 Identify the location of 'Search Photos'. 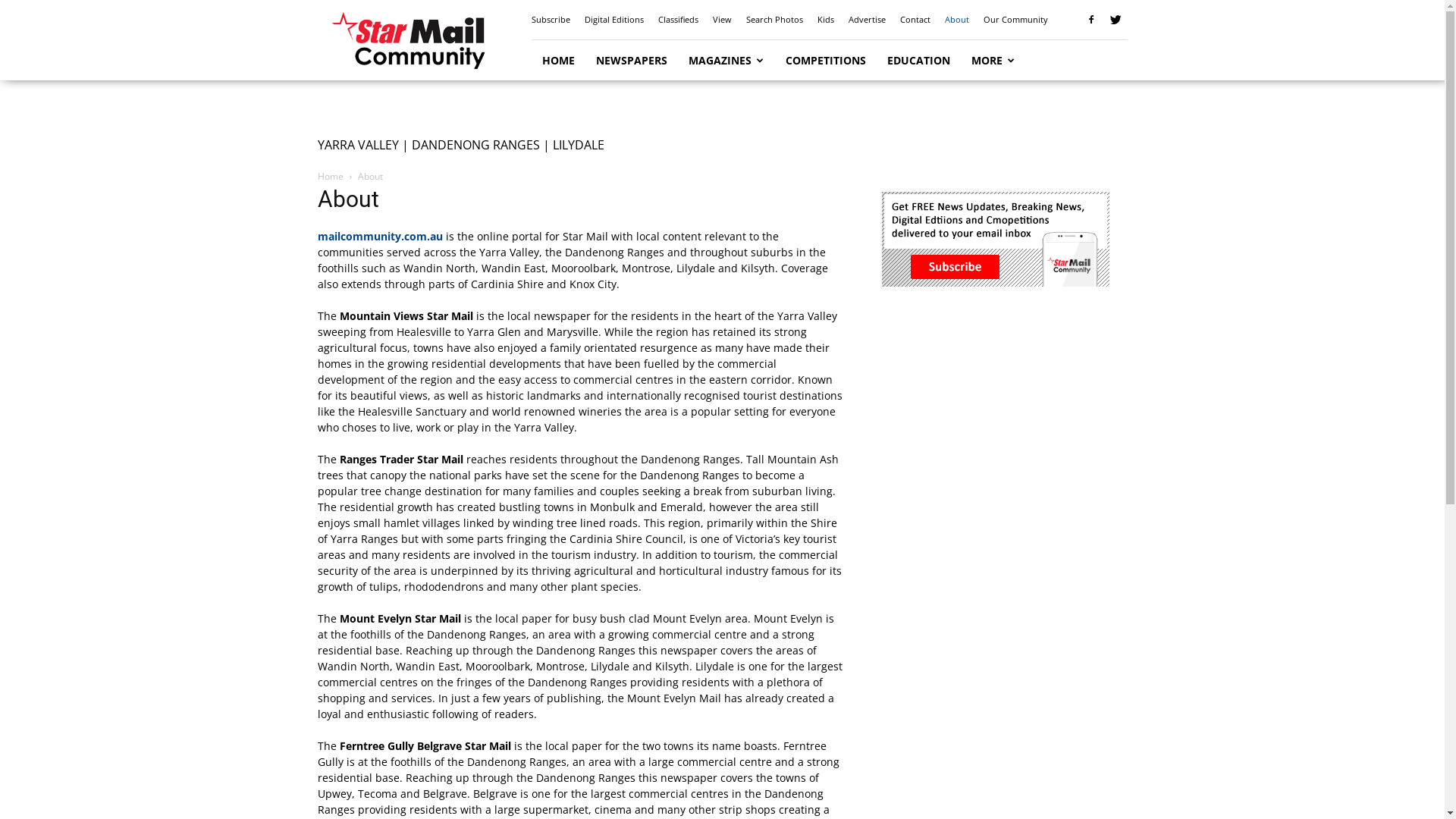
(774, 19).